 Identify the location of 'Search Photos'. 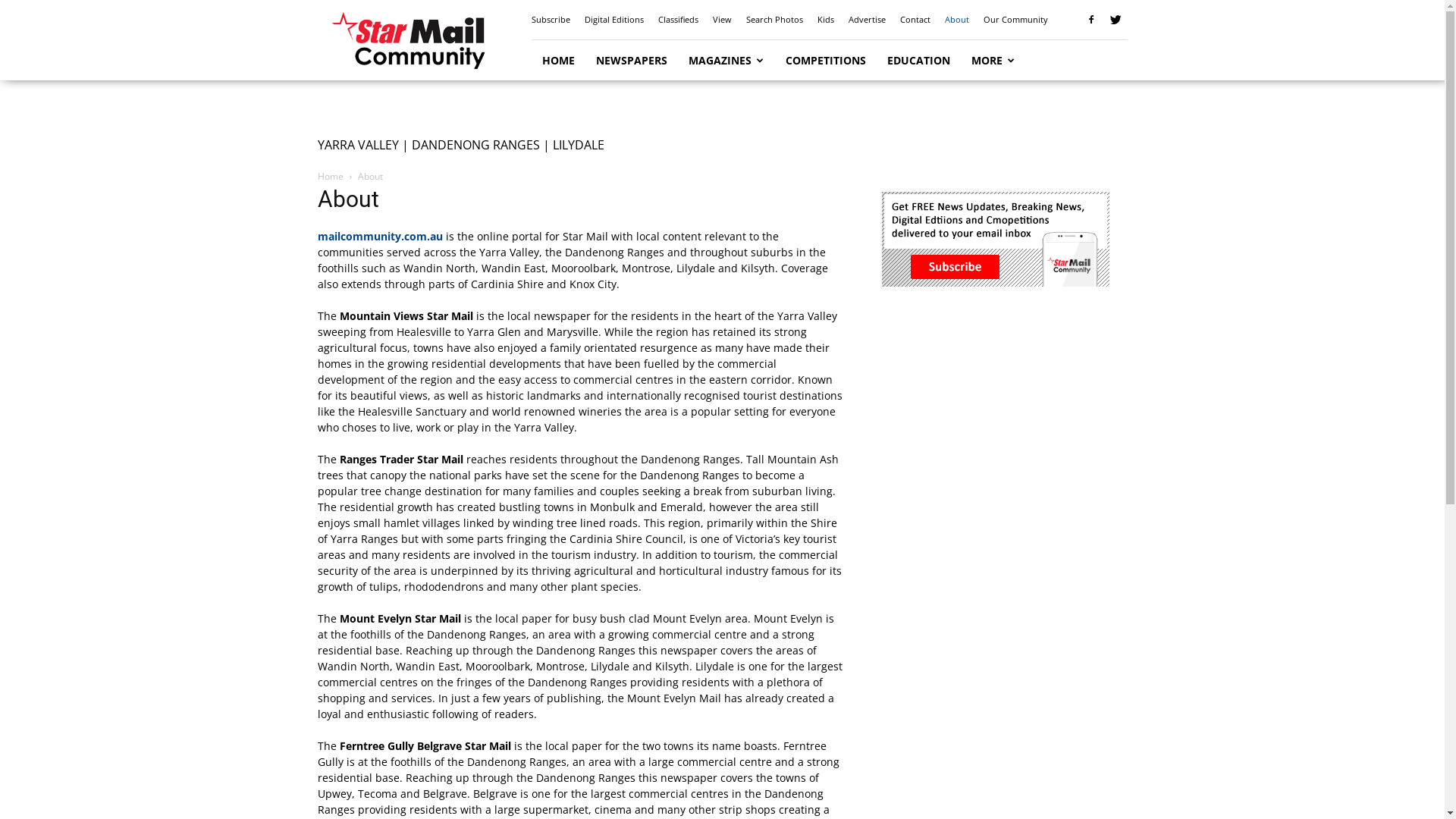
(774, 19).